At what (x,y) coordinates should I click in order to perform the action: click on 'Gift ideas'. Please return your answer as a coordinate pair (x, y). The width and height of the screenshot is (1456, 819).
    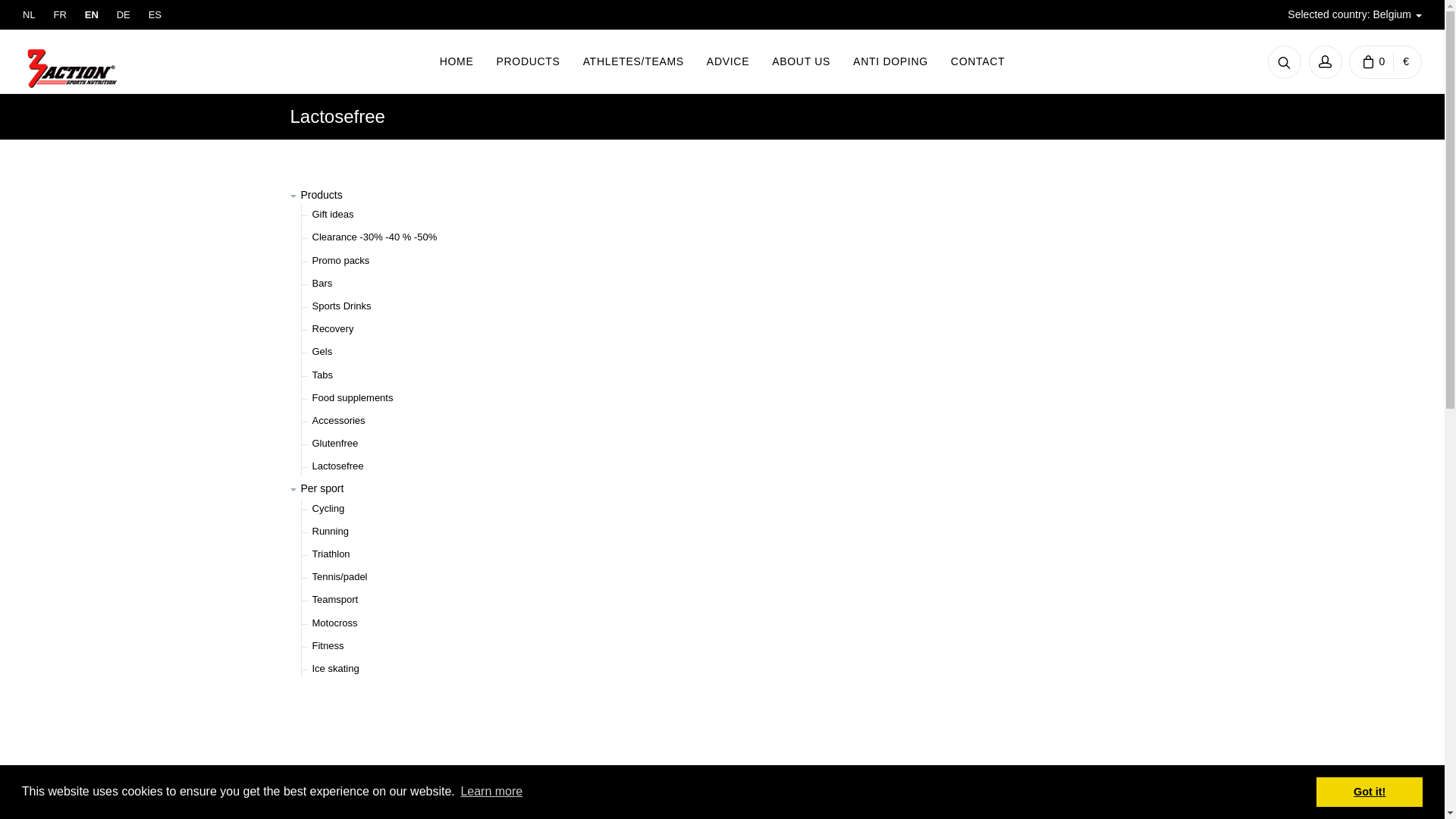
    Looking at the image, I should click on (332, 214).